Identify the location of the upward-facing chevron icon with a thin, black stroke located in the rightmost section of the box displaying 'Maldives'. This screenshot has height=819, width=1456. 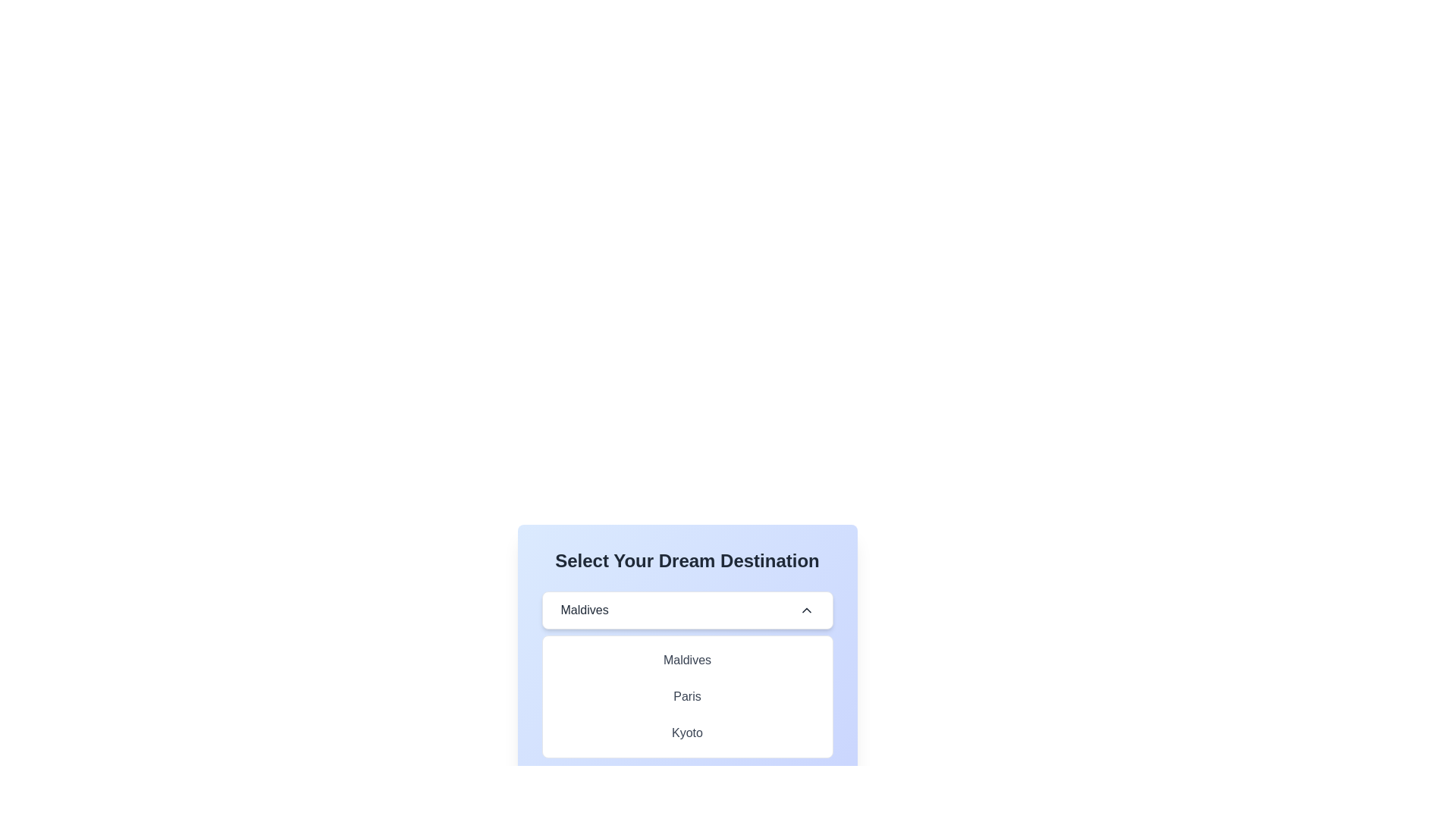
(805, 610).